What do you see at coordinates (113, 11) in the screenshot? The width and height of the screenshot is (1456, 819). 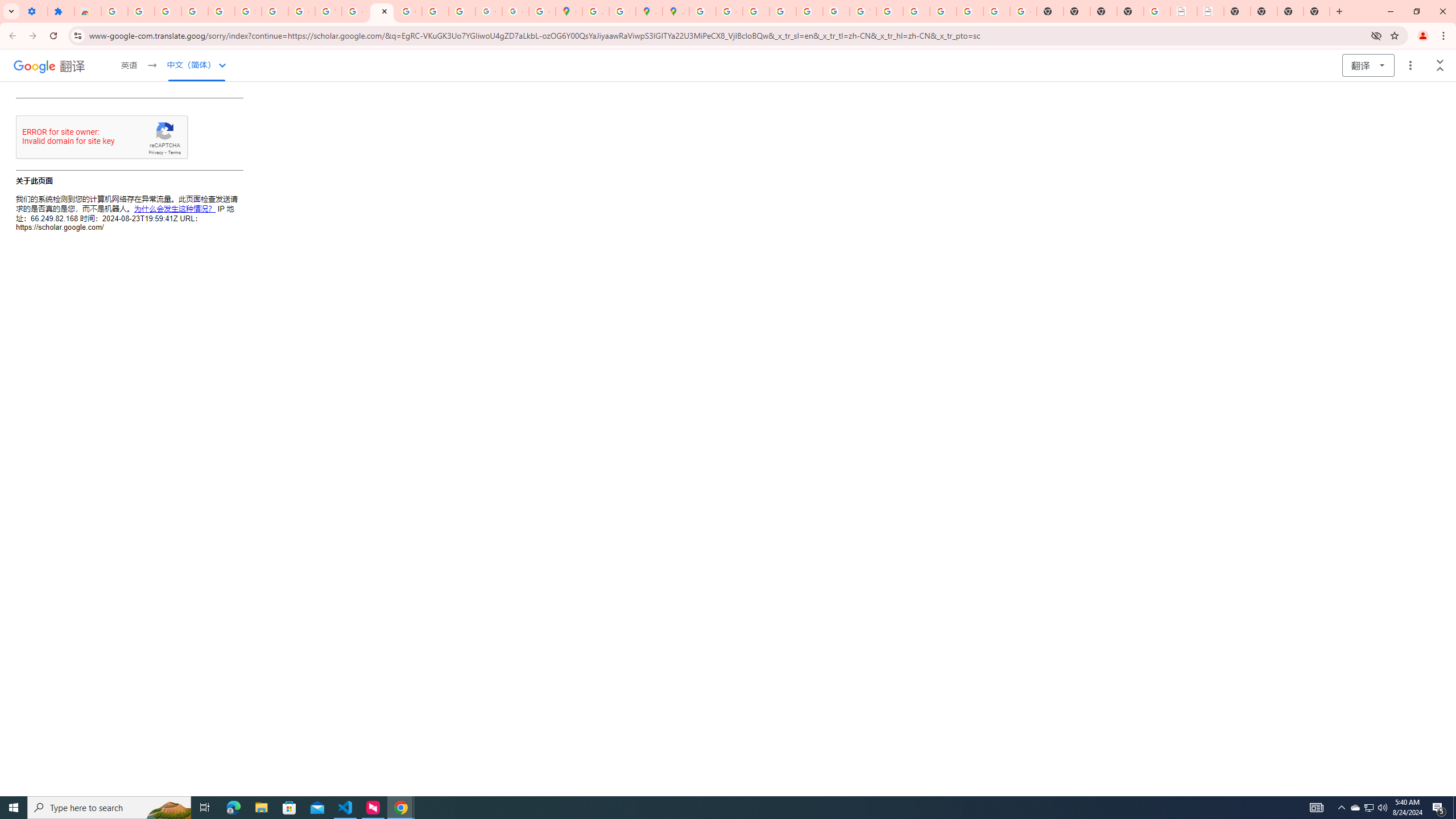 I see `'Sign in - Google Accounts'` at bounding box center [113, 11].